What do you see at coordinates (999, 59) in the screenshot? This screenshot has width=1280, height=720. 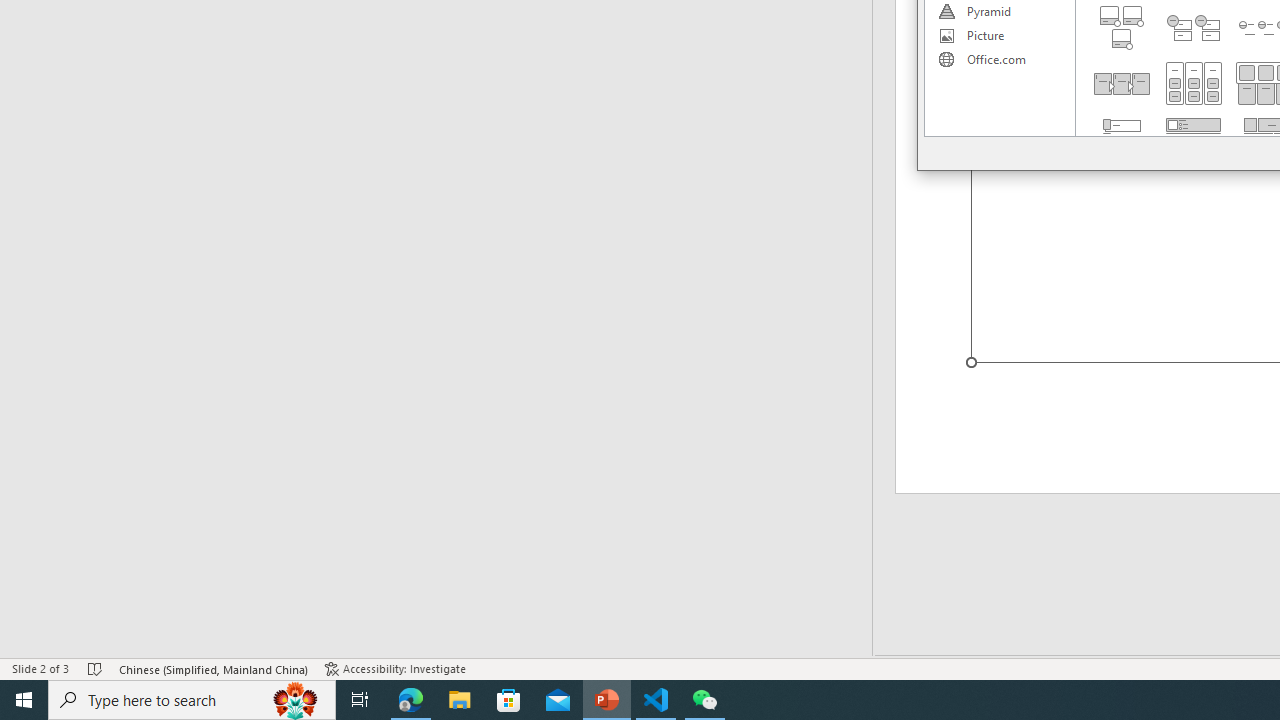 I see `'Office.com'` at bounding box center [999, 59].